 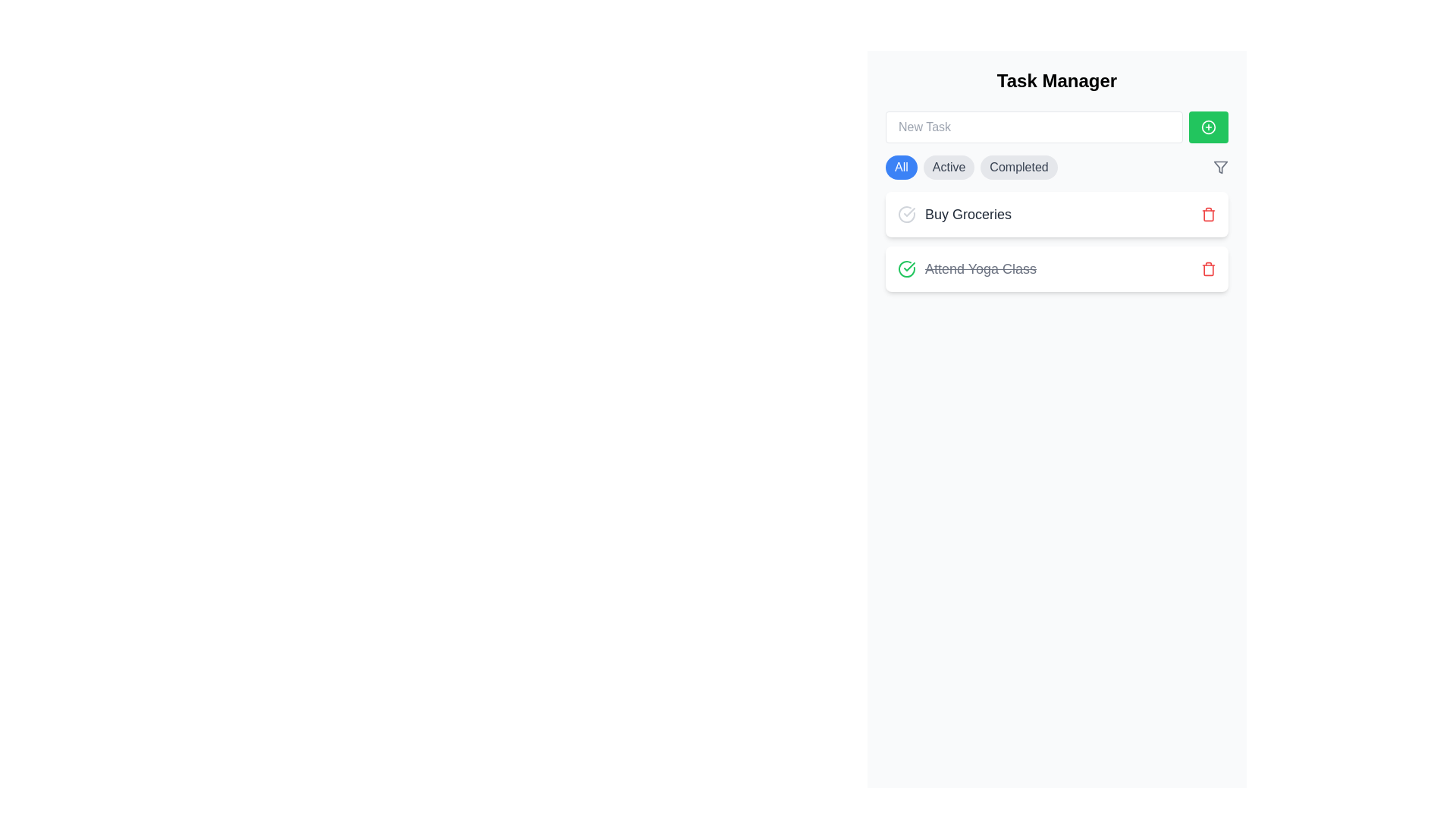 What do you see at coordinates (906, 214) in the screenshot?
I see `the light gray circular icon with a checkmark located before the 'Buy Groceries' text` at bounding box center [906, 214].